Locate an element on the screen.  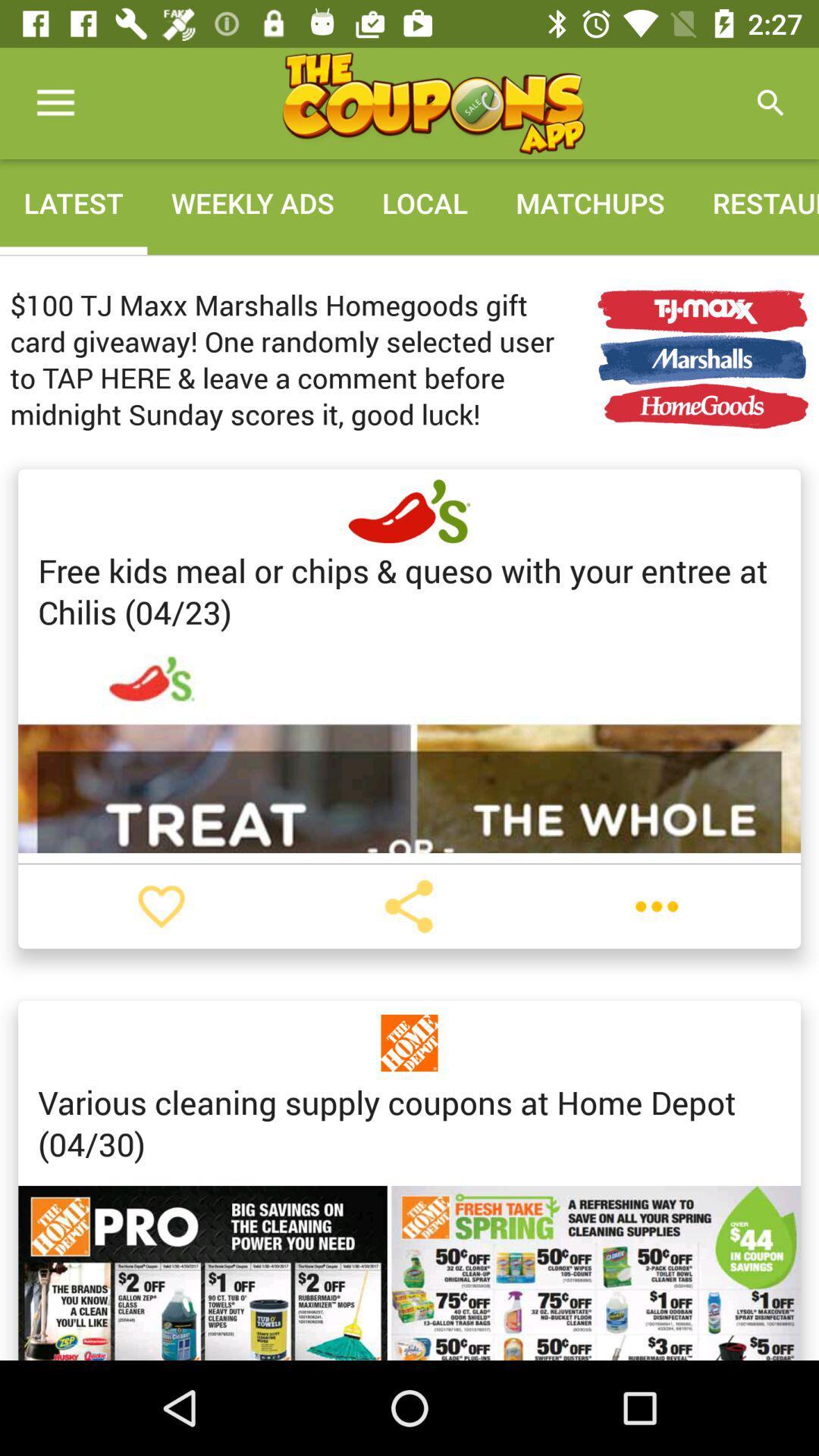
more options is located at coordinates (656, 906).